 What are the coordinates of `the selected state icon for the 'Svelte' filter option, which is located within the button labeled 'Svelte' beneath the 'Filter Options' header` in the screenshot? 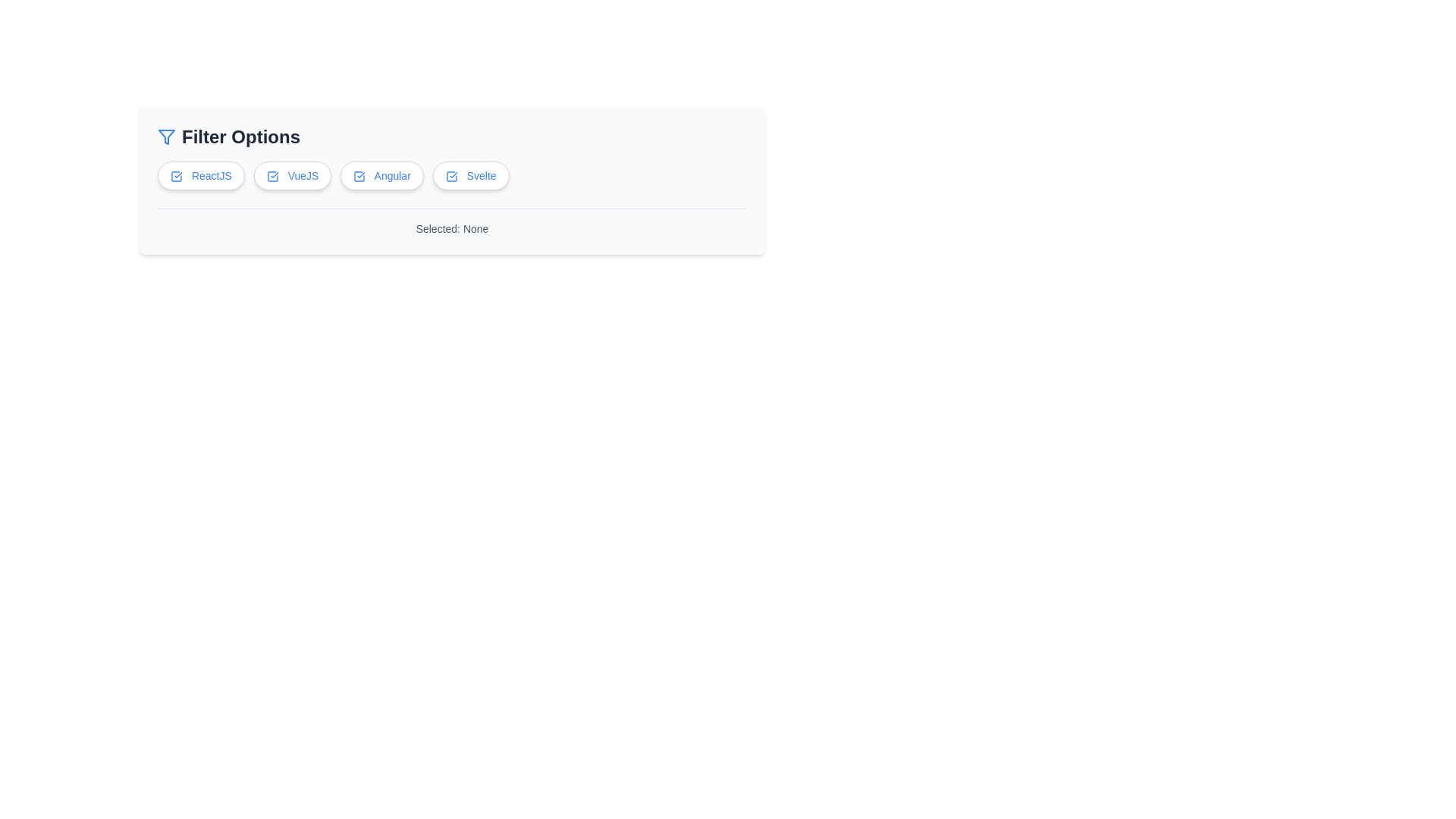 It's located at (450, 176).